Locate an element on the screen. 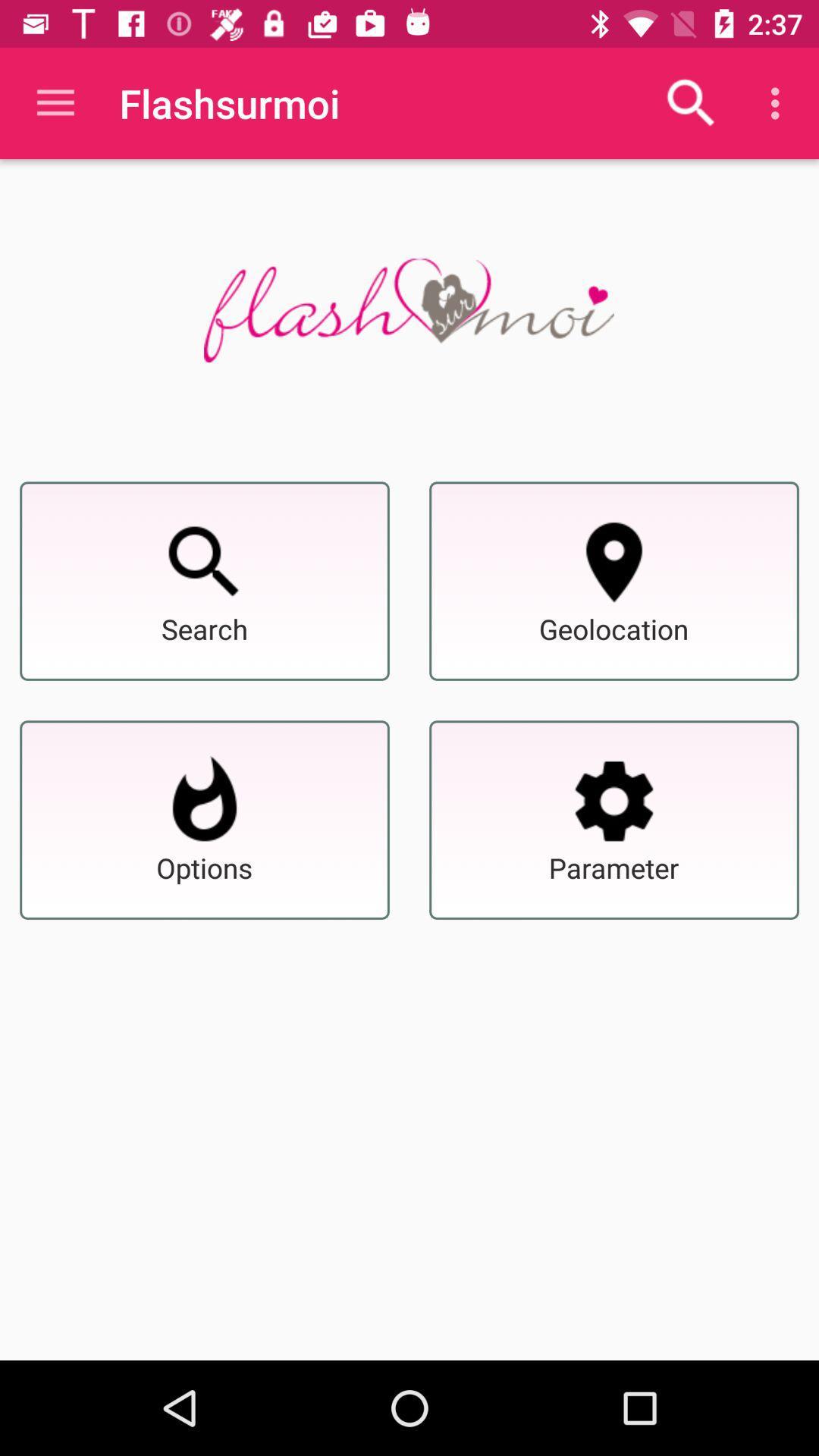 Image resolution: width=819 pixels, height=1456 pixels. flashmoi is located at coordinates (408, 309).